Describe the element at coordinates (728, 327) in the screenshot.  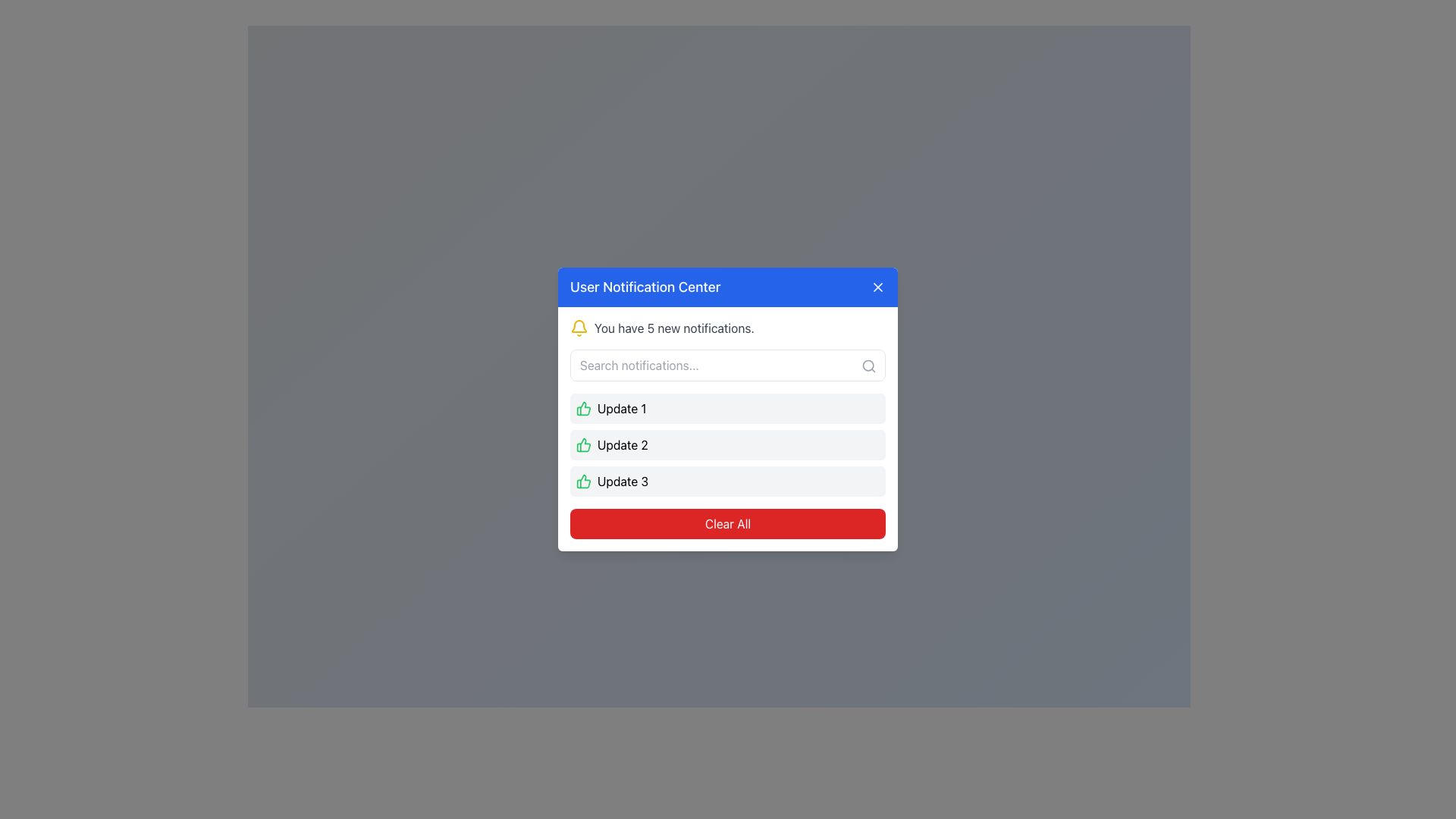
I see `notification information displayed in the text element located in the notification panel, just below 'User Notification Center' and above the search bar` at that location.